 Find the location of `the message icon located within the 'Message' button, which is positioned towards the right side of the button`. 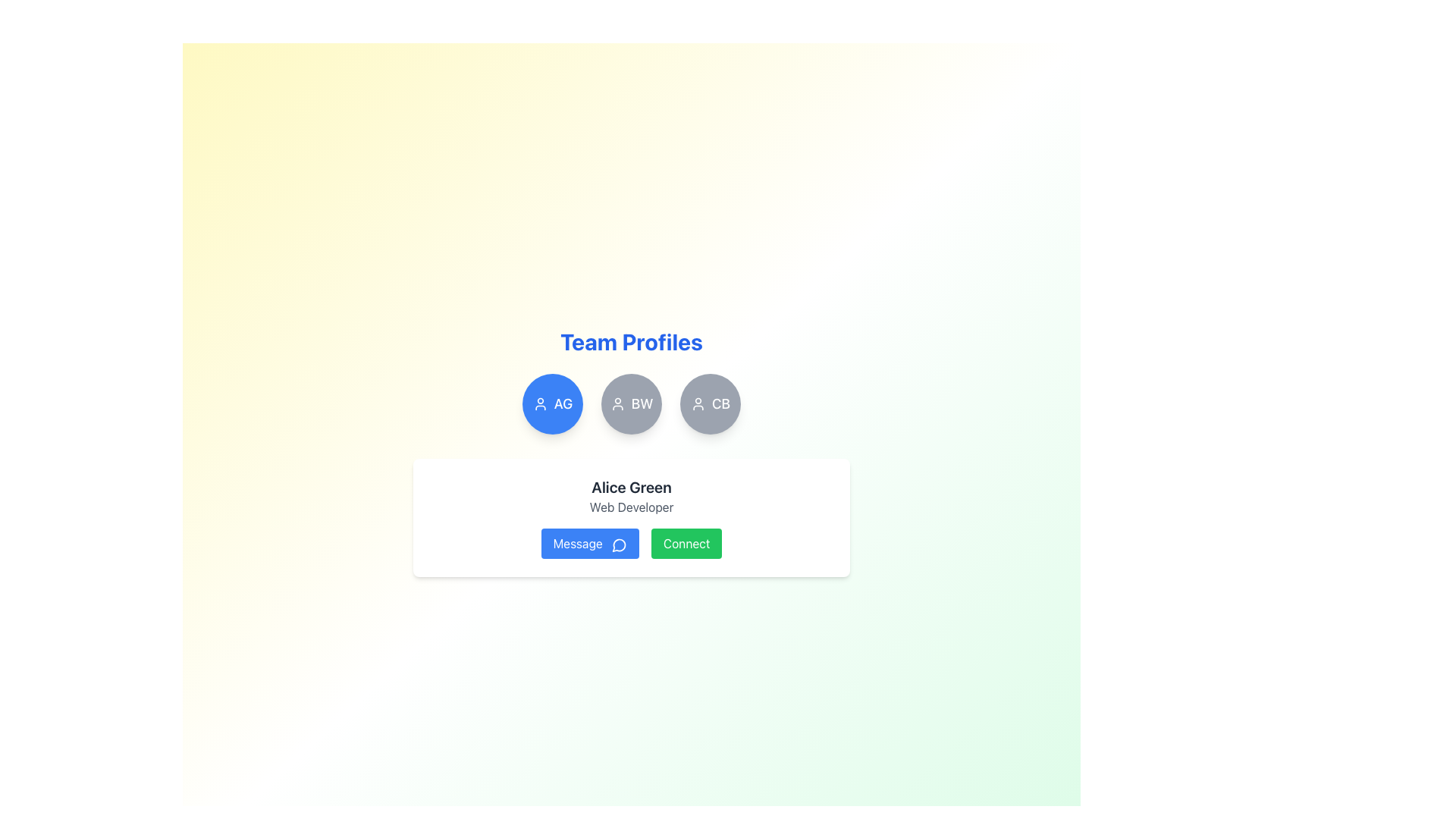

the message icon located within the 'Message' button, which is positioned towards the right side of the button is located at coordinates (619, 544).